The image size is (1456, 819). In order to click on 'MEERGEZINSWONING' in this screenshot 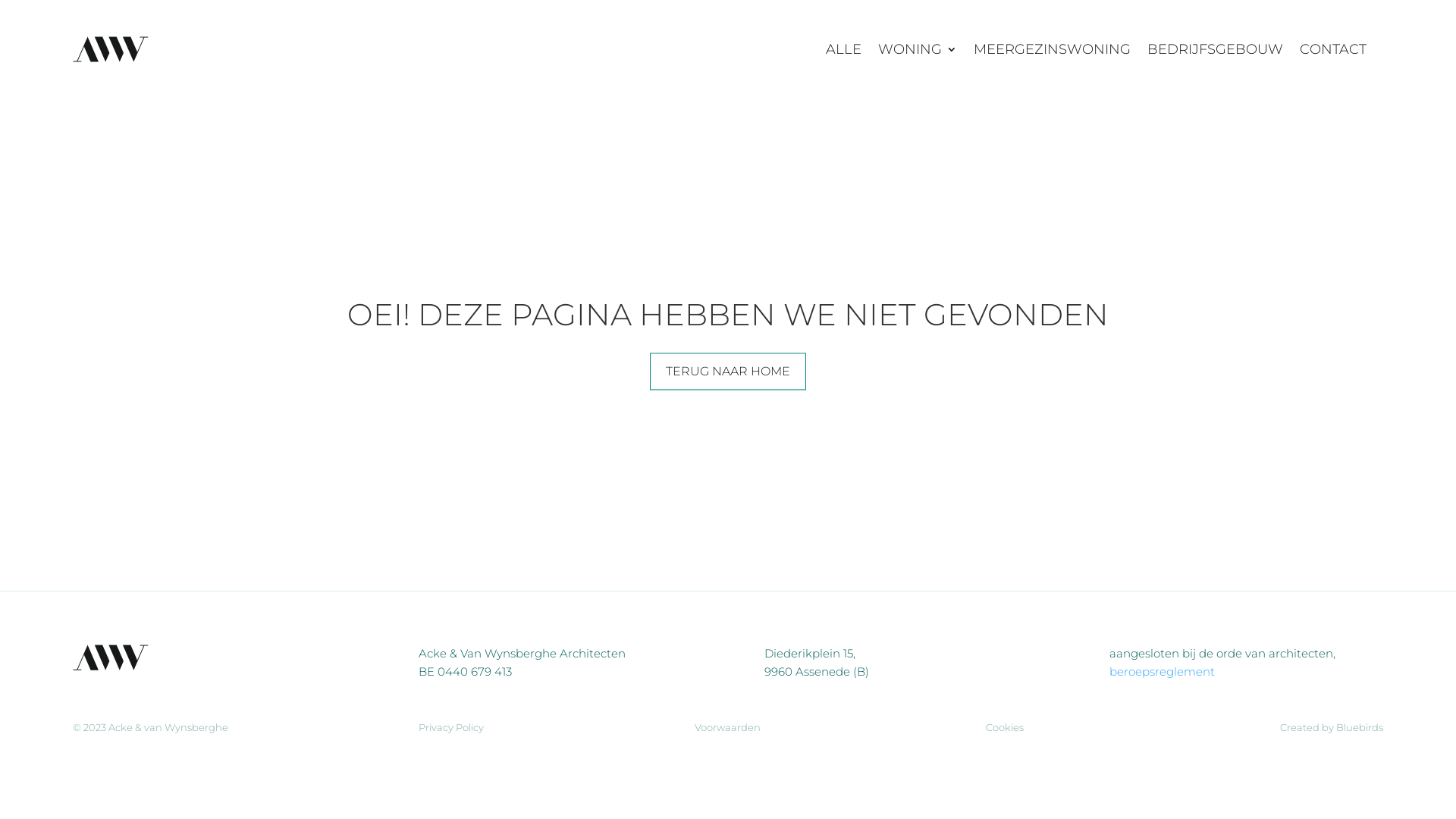, I will do `click(1051, 49)`.